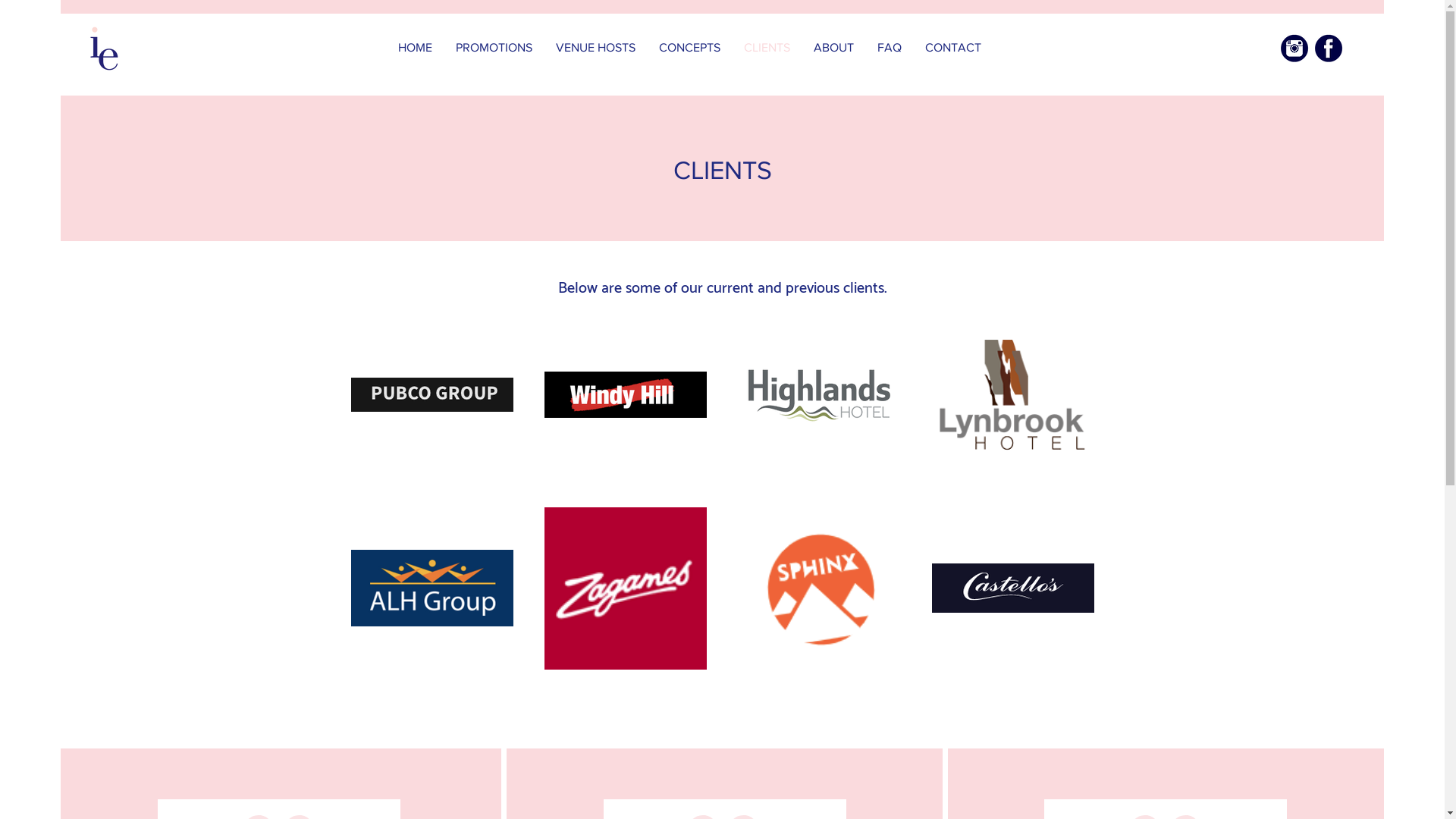  Describe the element at coordinates (767, 46) in the screenshot. I see `'CLIENTS'` at that location.